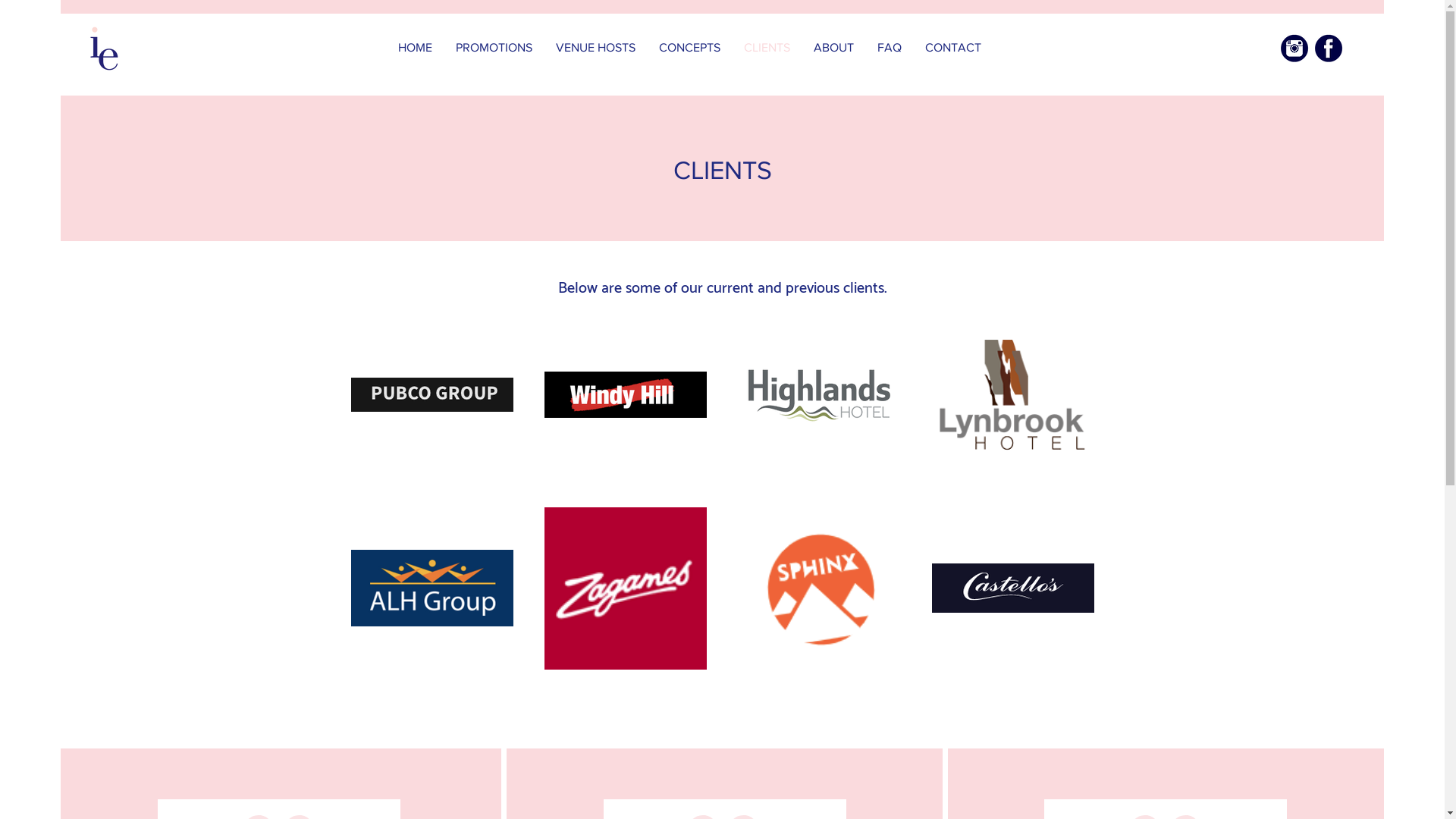  Describe the element at coordinates (767, 46) in the screenshot. I see `'CLIENTS'` at that location.